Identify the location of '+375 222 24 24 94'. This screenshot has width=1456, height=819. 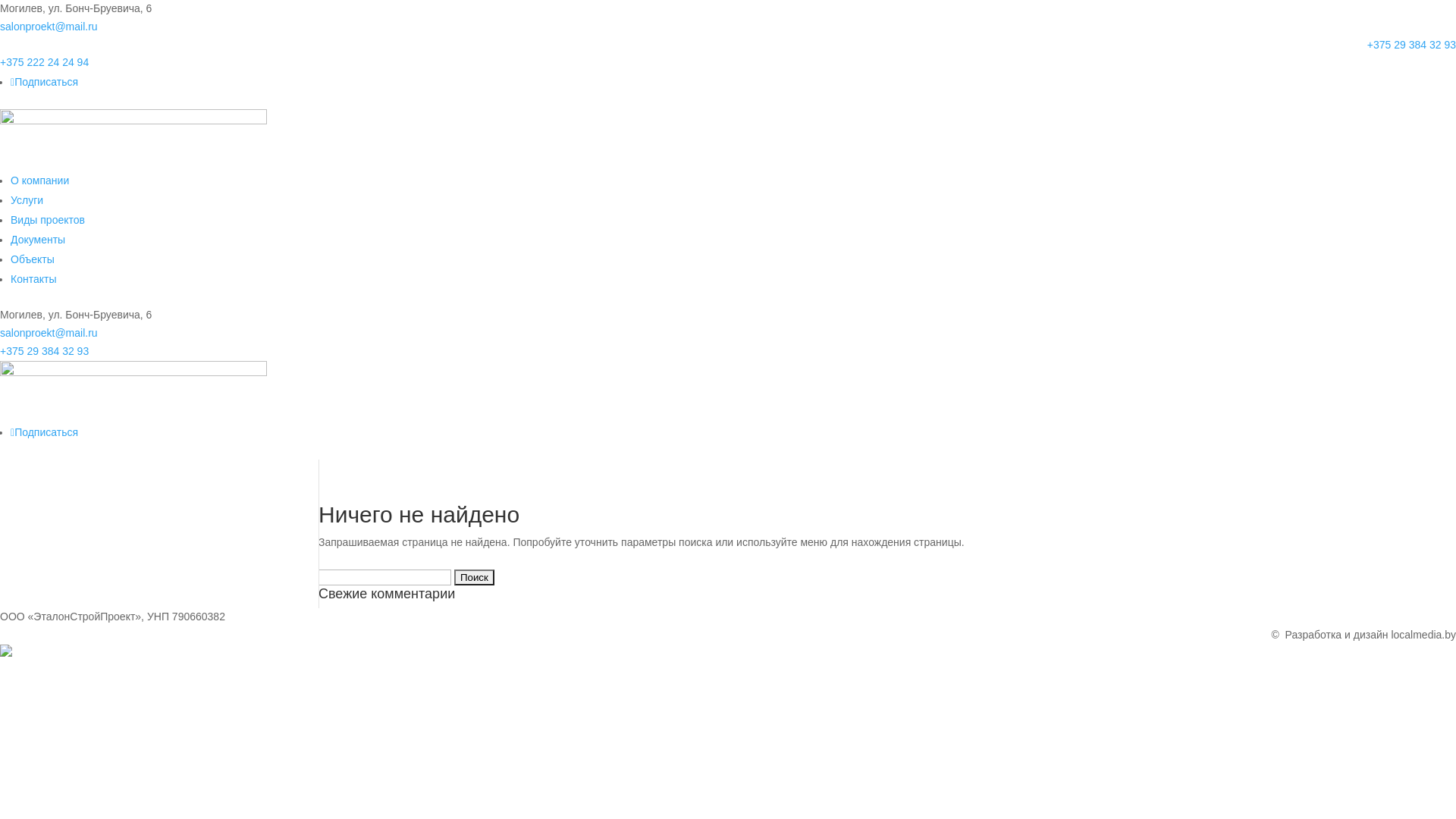
(44, 61).